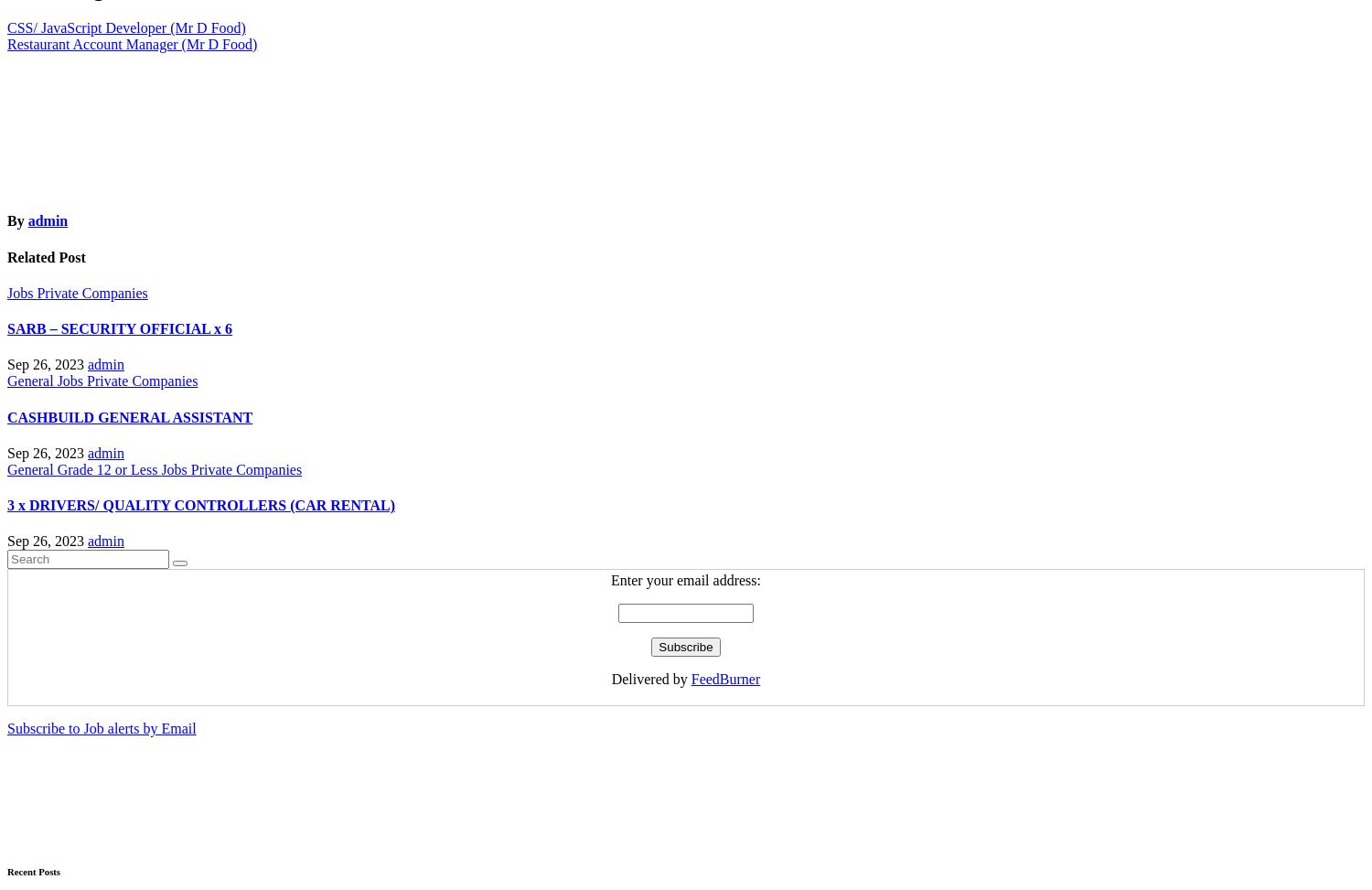 Image resolution: width=1372 pixels, height=890 pixels. I want to click on 'FeedBurner', so click(725, 679).